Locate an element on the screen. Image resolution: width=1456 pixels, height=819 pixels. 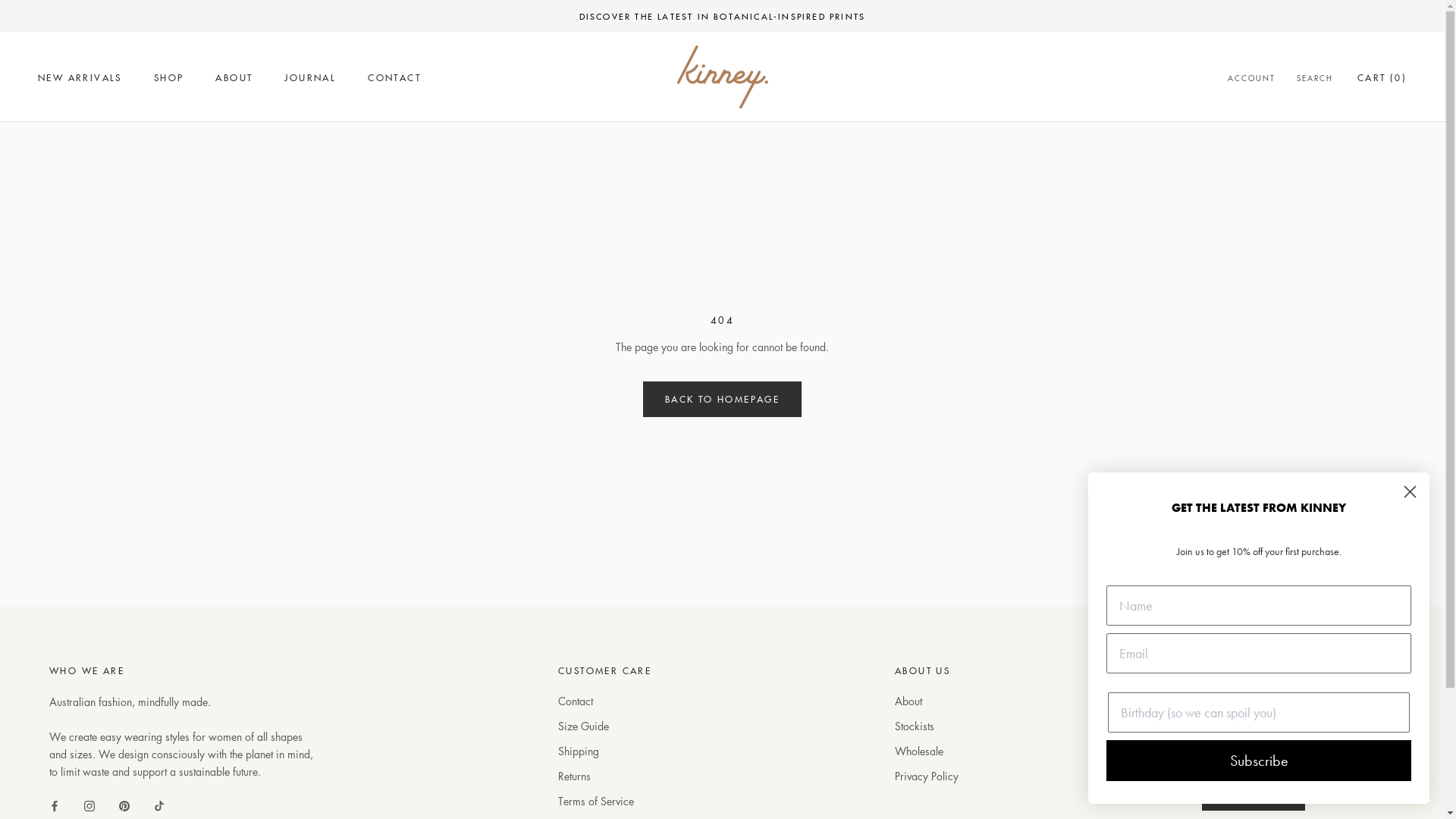
'SHOP is located at coordinates (168, 77).